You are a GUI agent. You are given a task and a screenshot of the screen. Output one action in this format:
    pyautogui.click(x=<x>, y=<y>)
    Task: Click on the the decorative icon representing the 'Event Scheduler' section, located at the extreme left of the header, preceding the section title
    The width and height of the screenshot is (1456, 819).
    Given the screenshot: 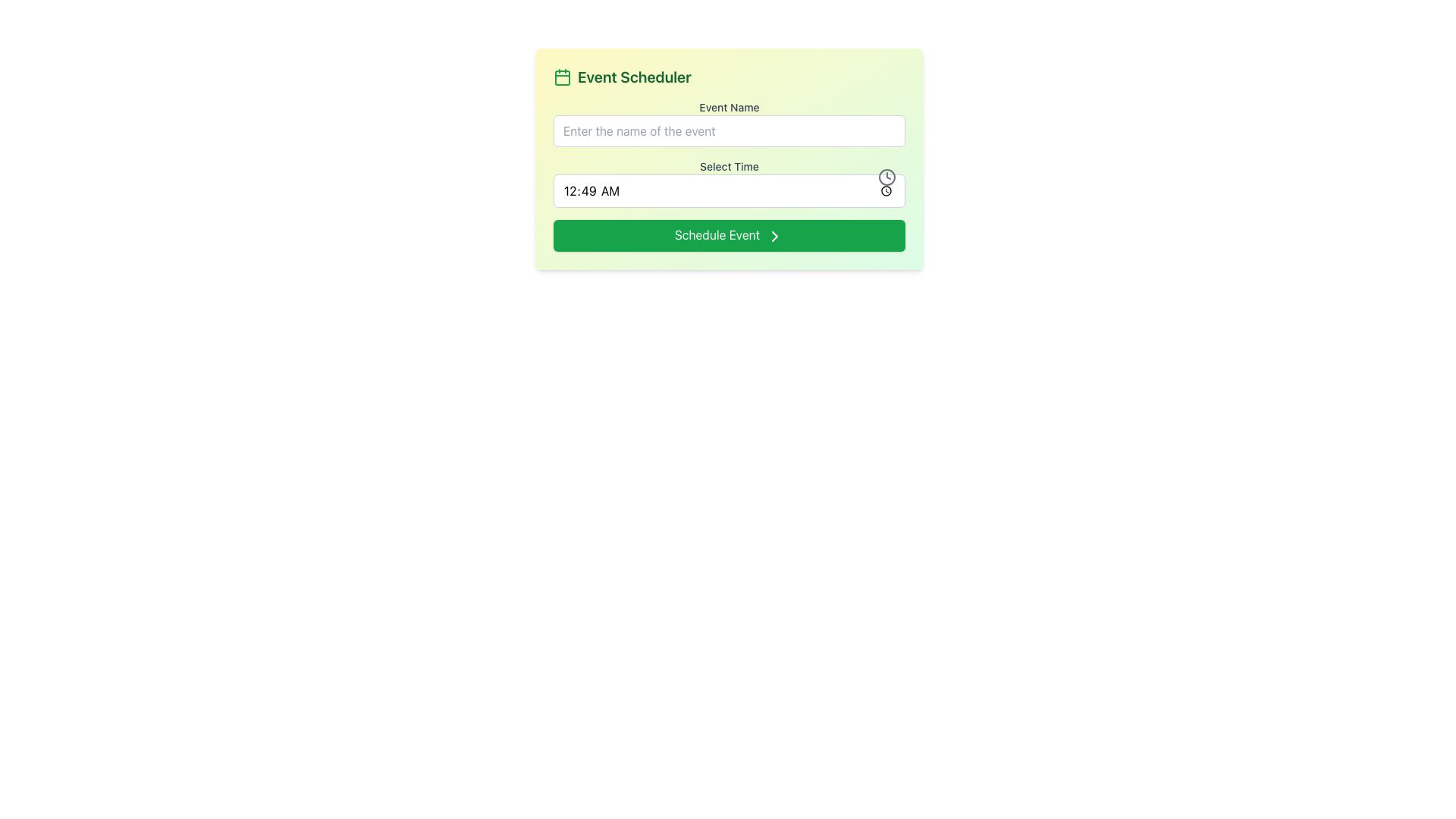 What is the action you would take?
    pyautogui.click(x=562, y=77)
    